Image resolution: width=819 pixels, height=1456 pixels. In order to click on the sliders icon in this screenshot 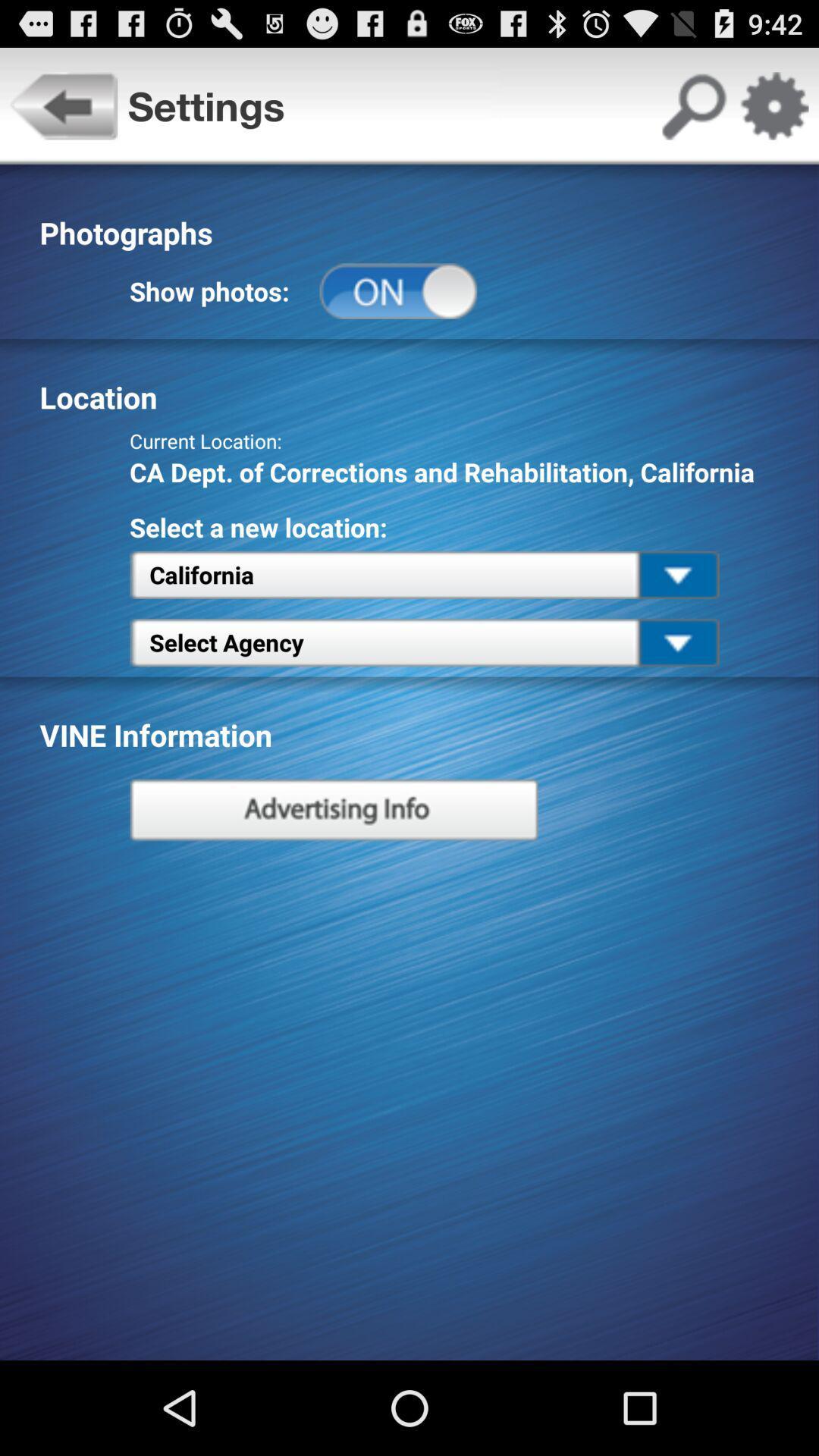, I will do `click(333, 867)`.